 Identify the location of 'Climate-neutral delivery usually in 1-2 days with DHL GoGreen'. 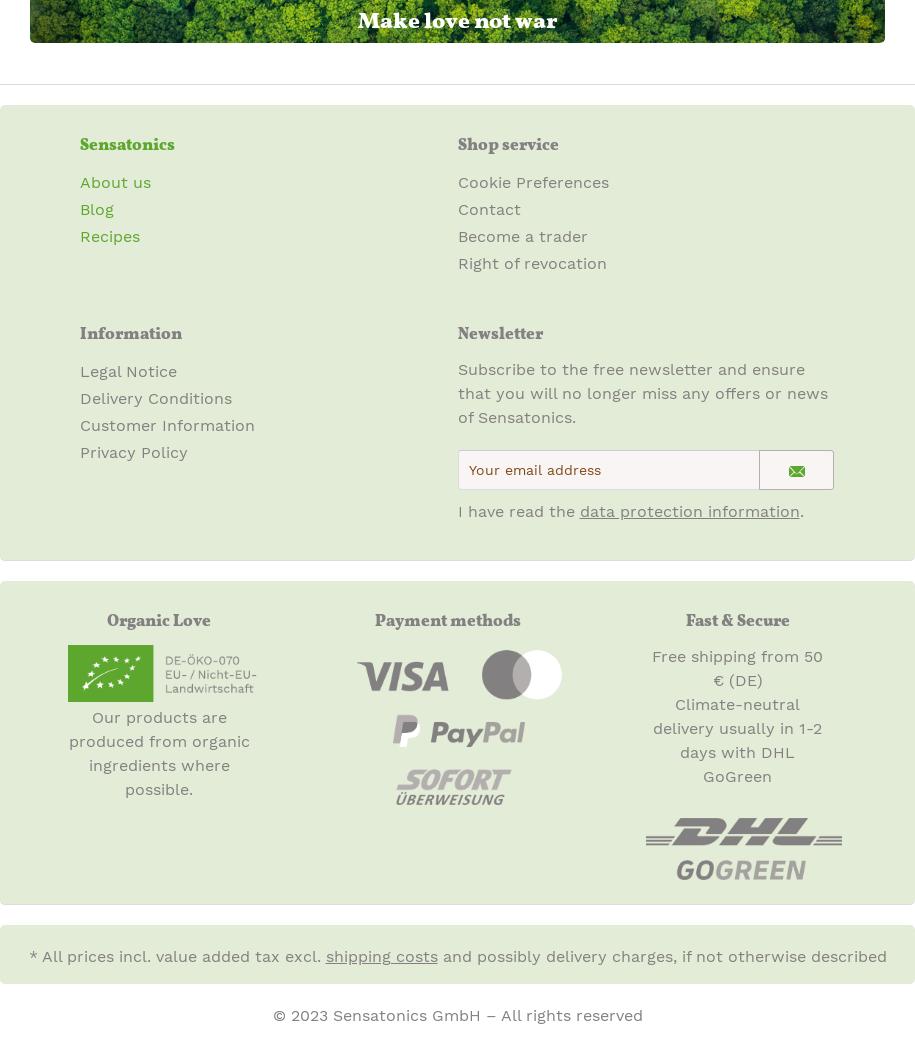
(737, 738).